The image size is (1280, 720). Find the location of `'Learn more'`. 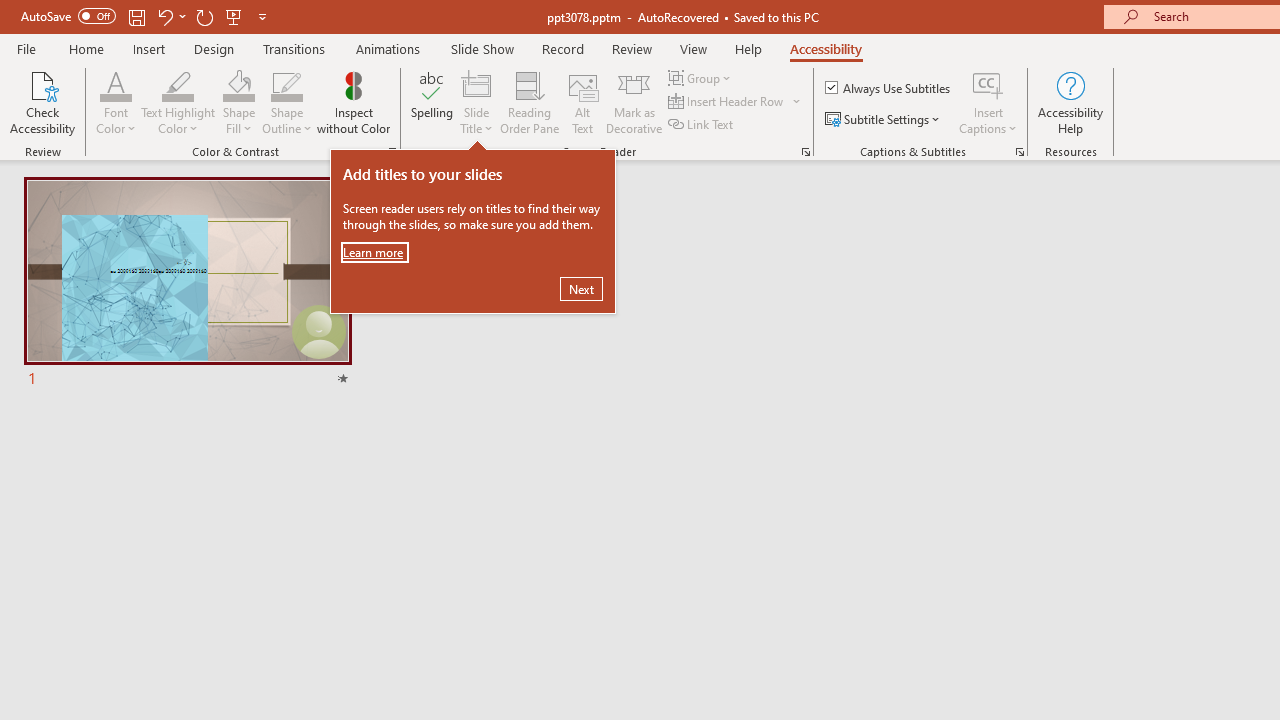

'Learn more' is located at coordinates (375, 251).